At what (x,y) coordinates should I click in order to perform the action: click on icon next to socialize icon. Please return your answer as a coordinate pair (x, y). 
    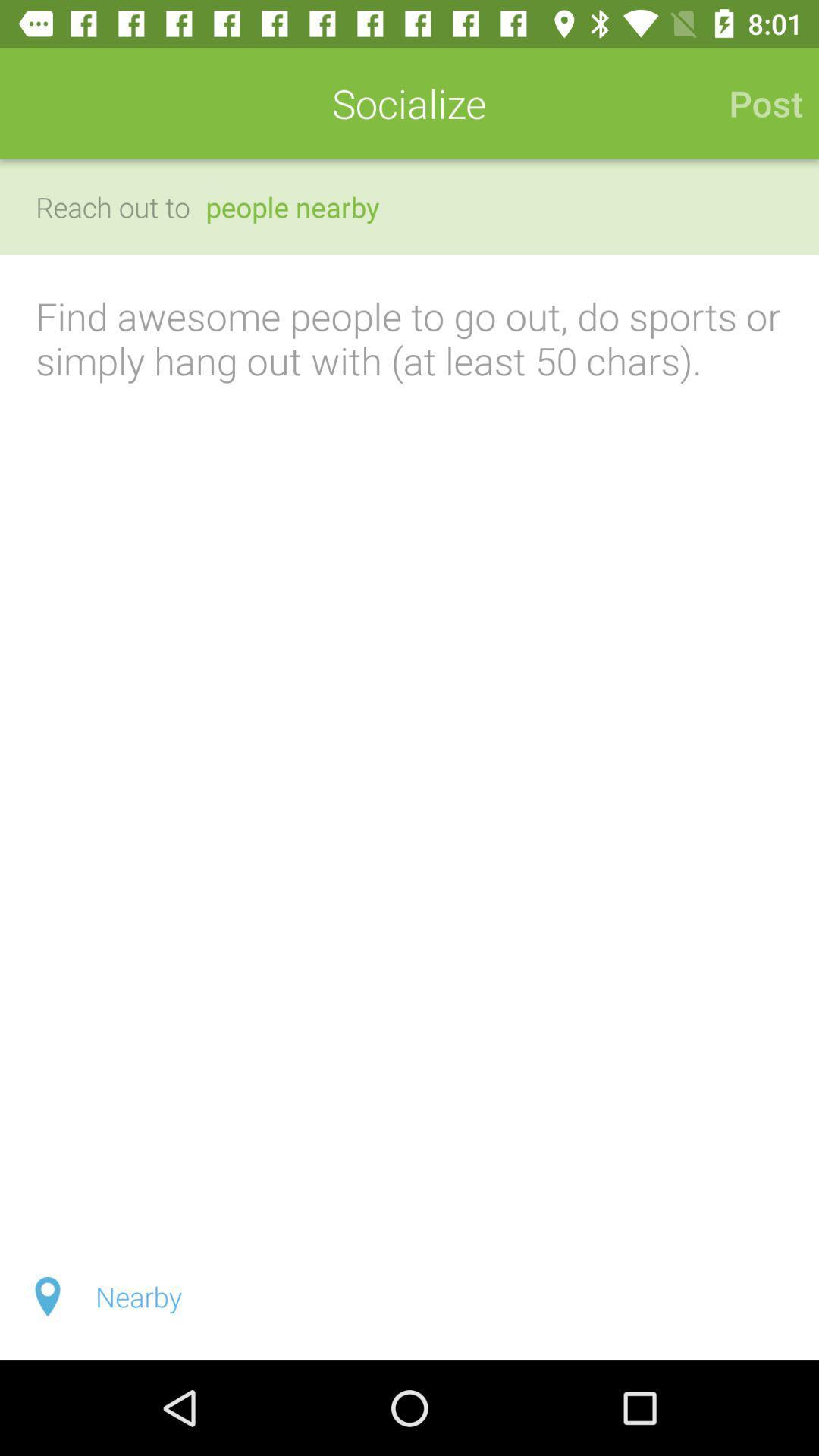
    Looking at the image, I should click on (758, 102).